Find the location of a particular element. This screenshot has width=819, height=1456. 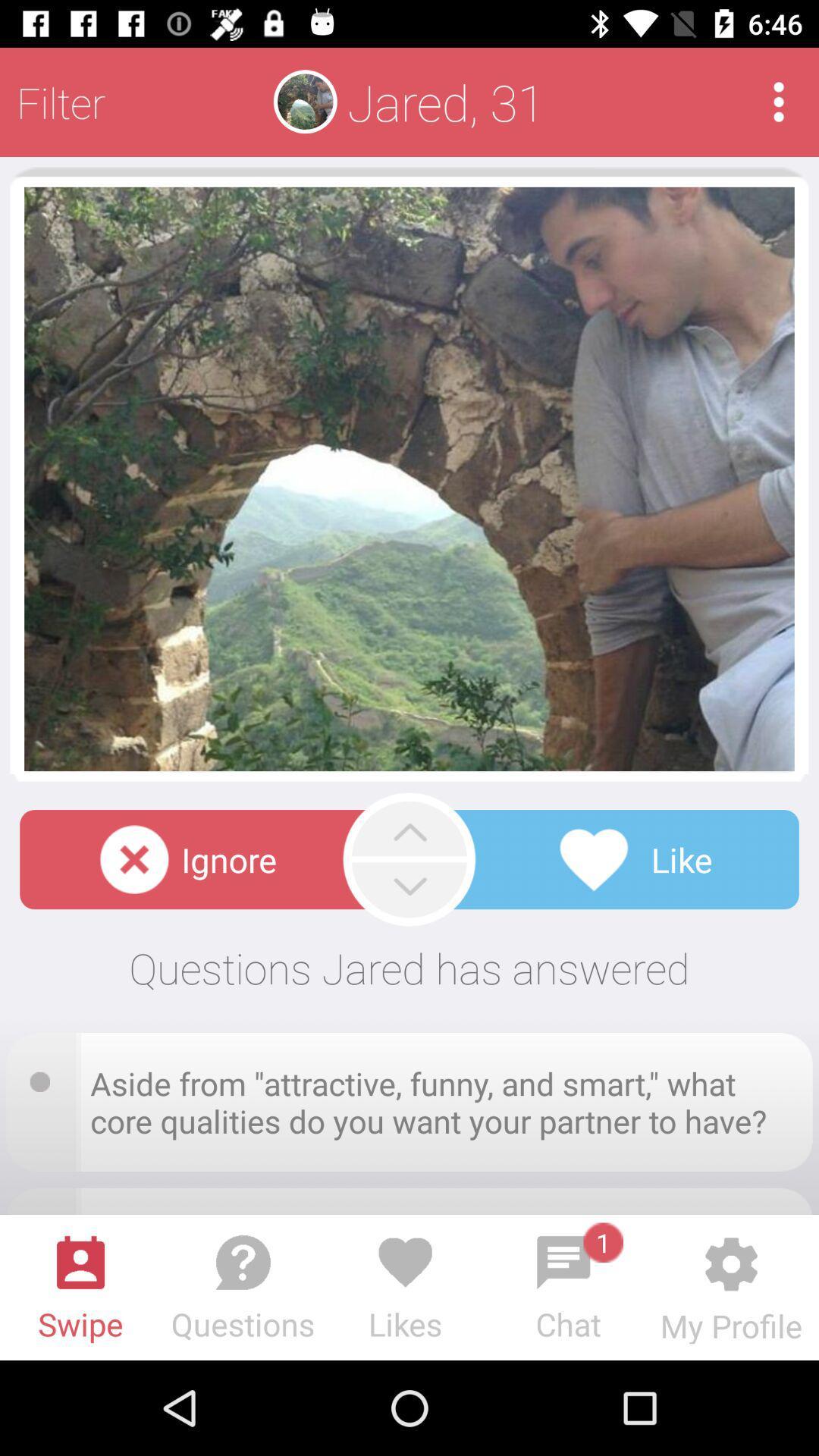

item to the left of aside from attractive icon is located at coordinates (44, 1076).